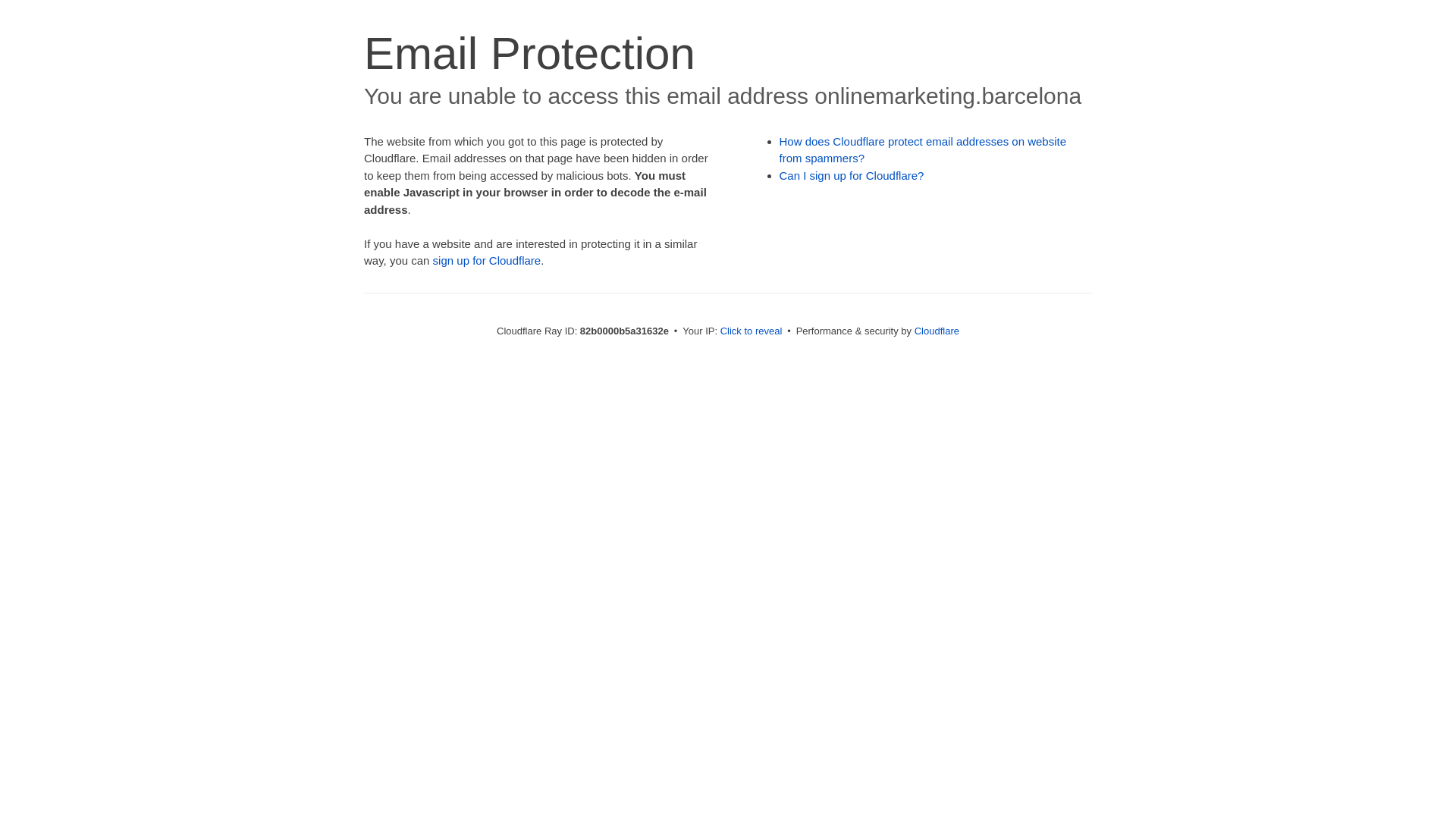  What do you see at coordinates (913, 330) in the screenshot?
I see `'Cloudflare'` at bounding box center [913, 330].